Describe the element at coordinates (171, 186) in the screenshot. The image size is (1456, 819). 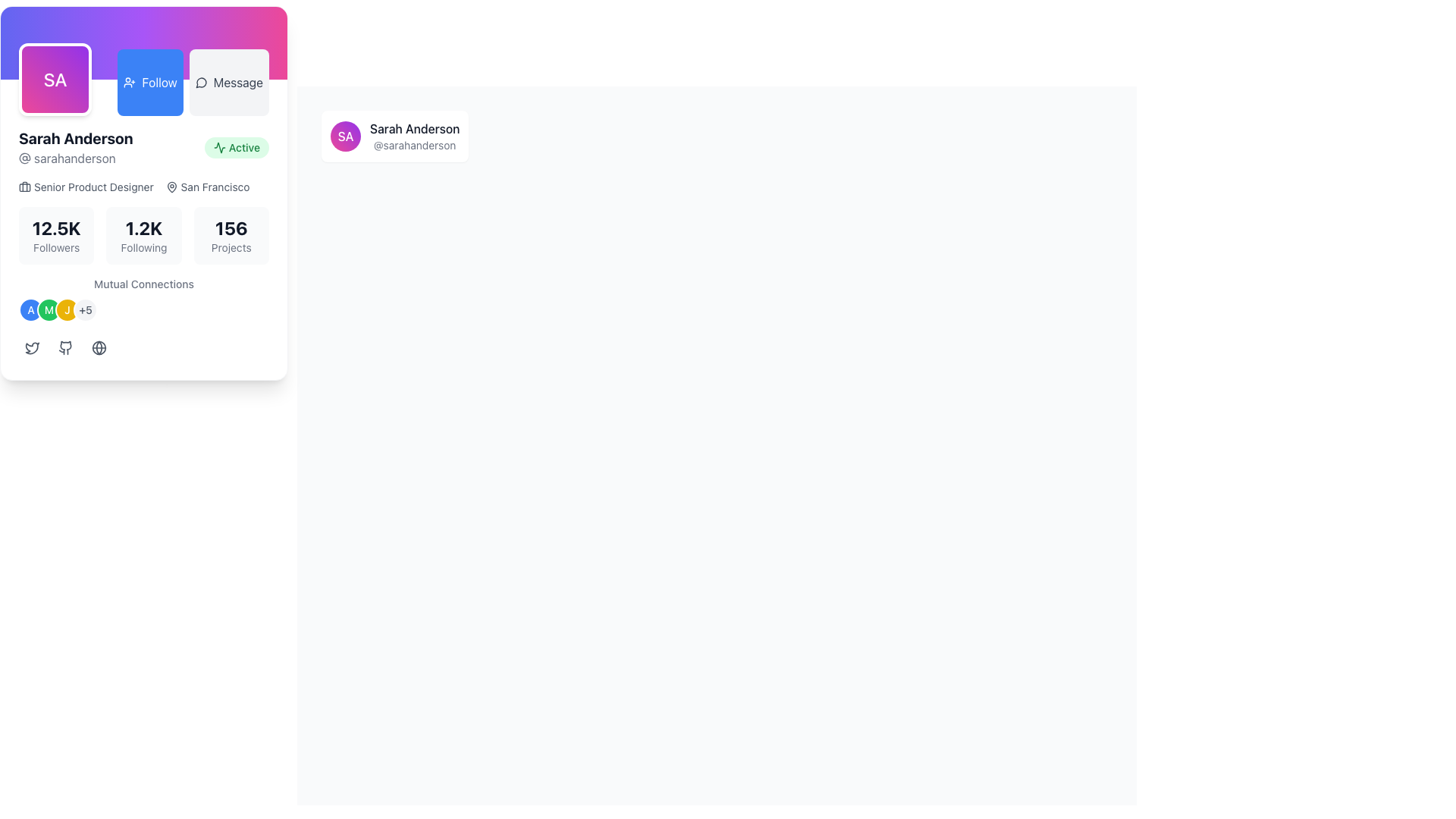
I see `the SVG Icon that visually denotes the geographical location 'San Francisco', which is located to the left of the text label within a horizontal alignment` at that location.